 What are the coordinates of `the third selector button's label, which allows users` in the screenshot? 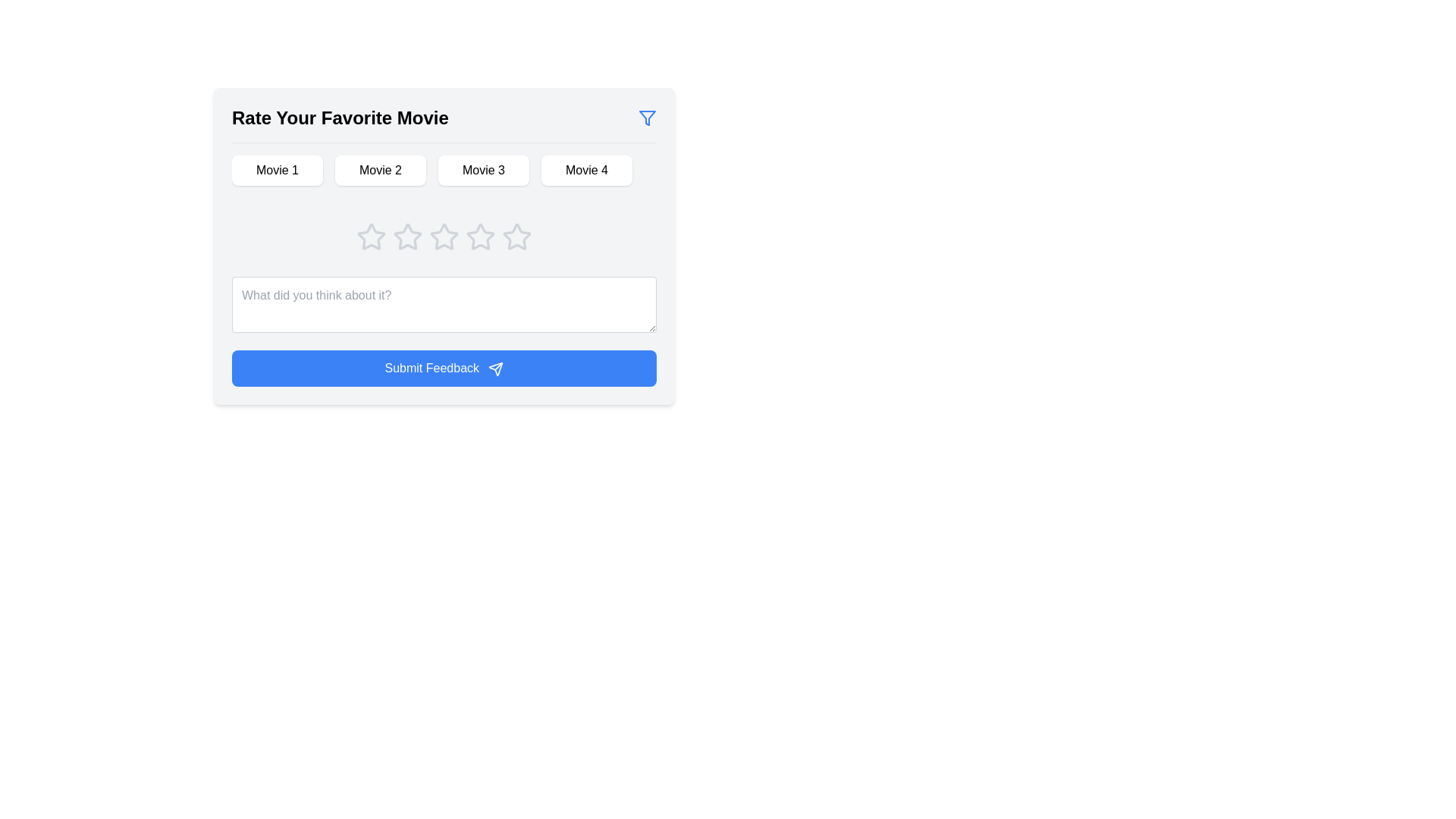 It's located at (483, 170).